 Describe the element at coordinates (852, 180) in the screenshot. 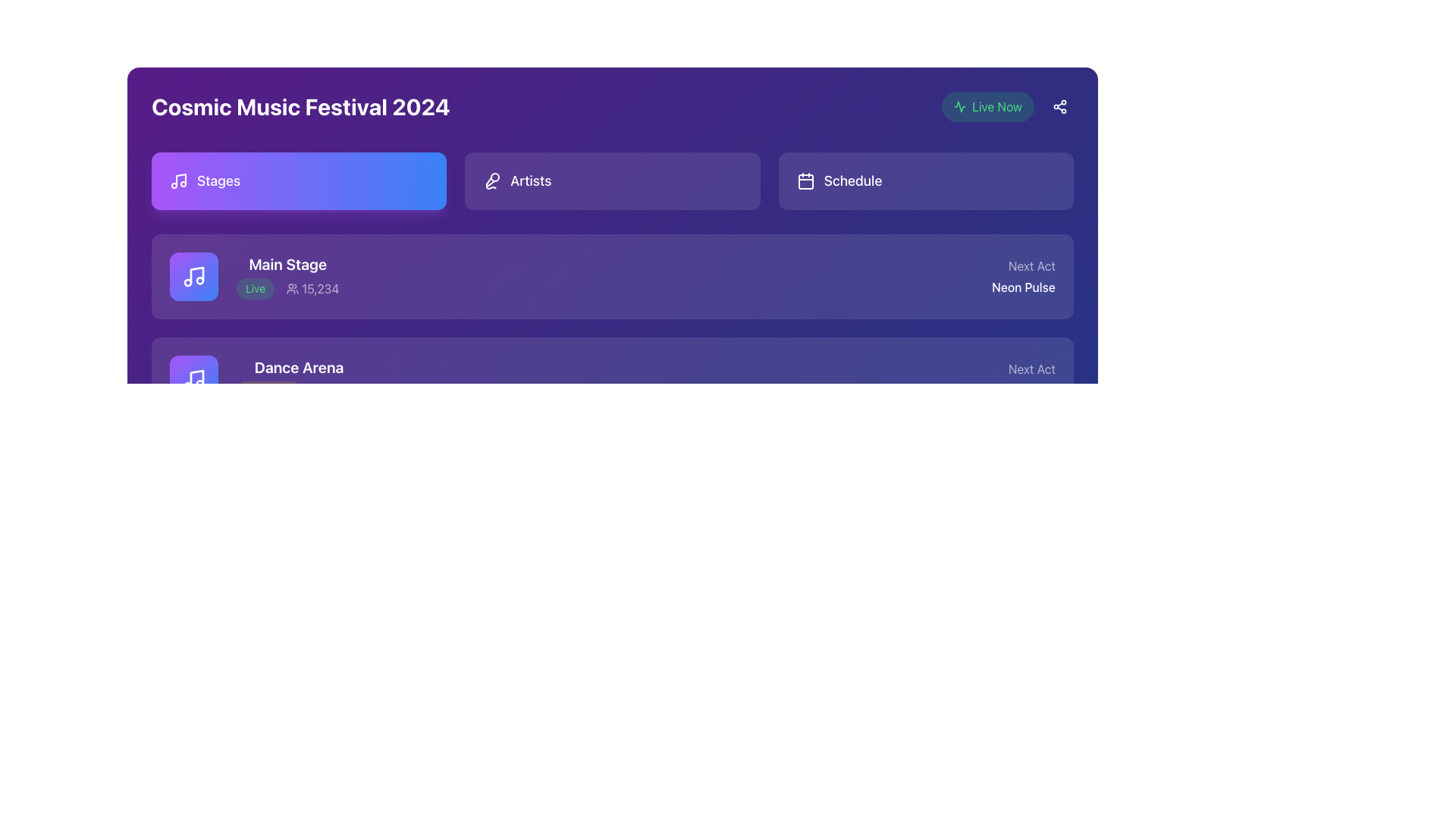

I see `the schedule label that indicates event management functionalities, positioned to the right of a calendar icon in the top-right corner of the interface` at that location.